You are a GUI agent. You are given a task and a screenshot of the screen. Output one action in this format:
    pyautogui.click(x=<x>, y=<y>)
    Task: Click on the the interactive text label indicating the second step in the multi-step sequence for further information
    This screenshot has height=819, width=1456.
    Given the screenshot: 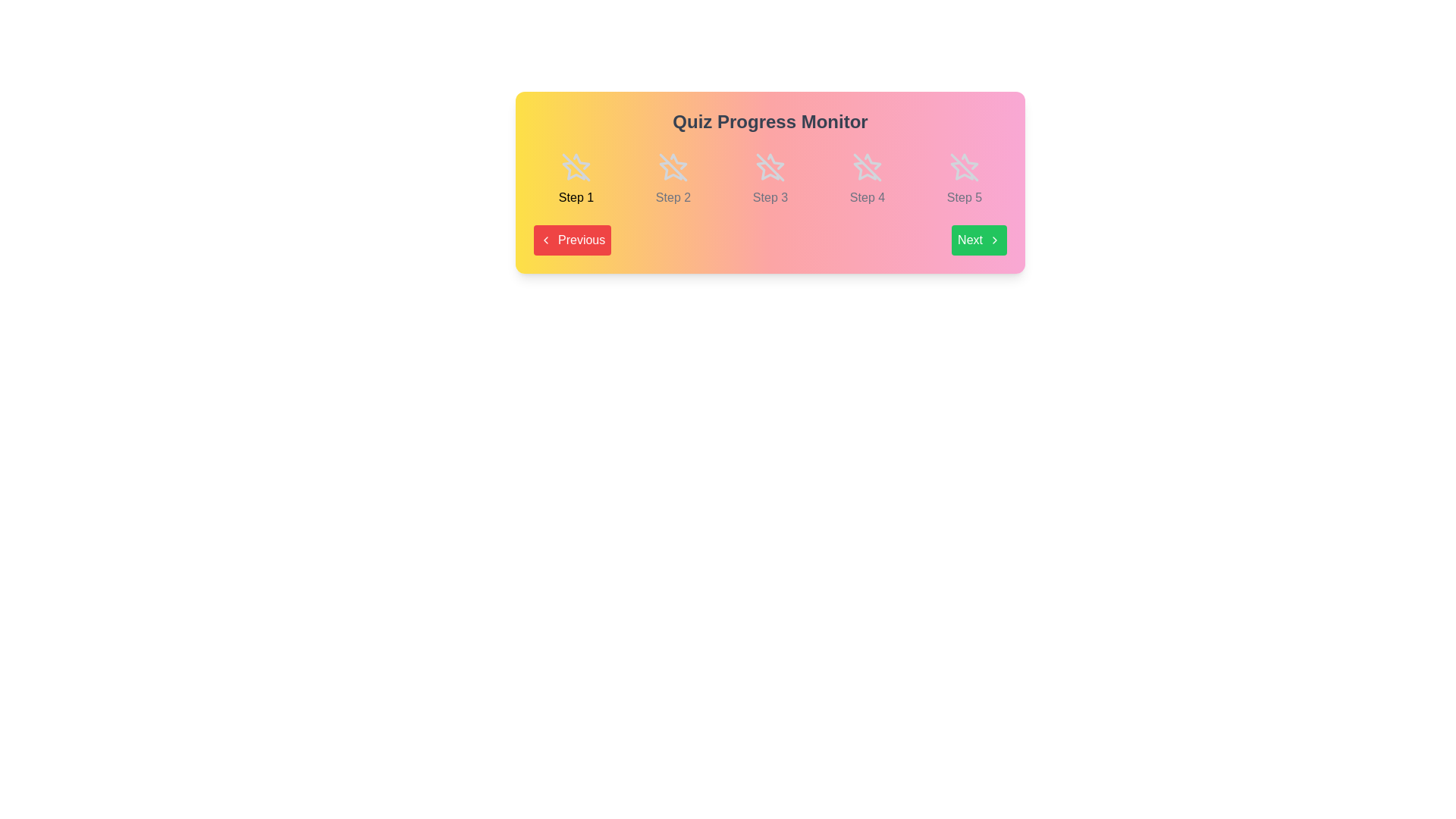 What is the action you would take?
    pyautogui.click(x=673, y=197)
    